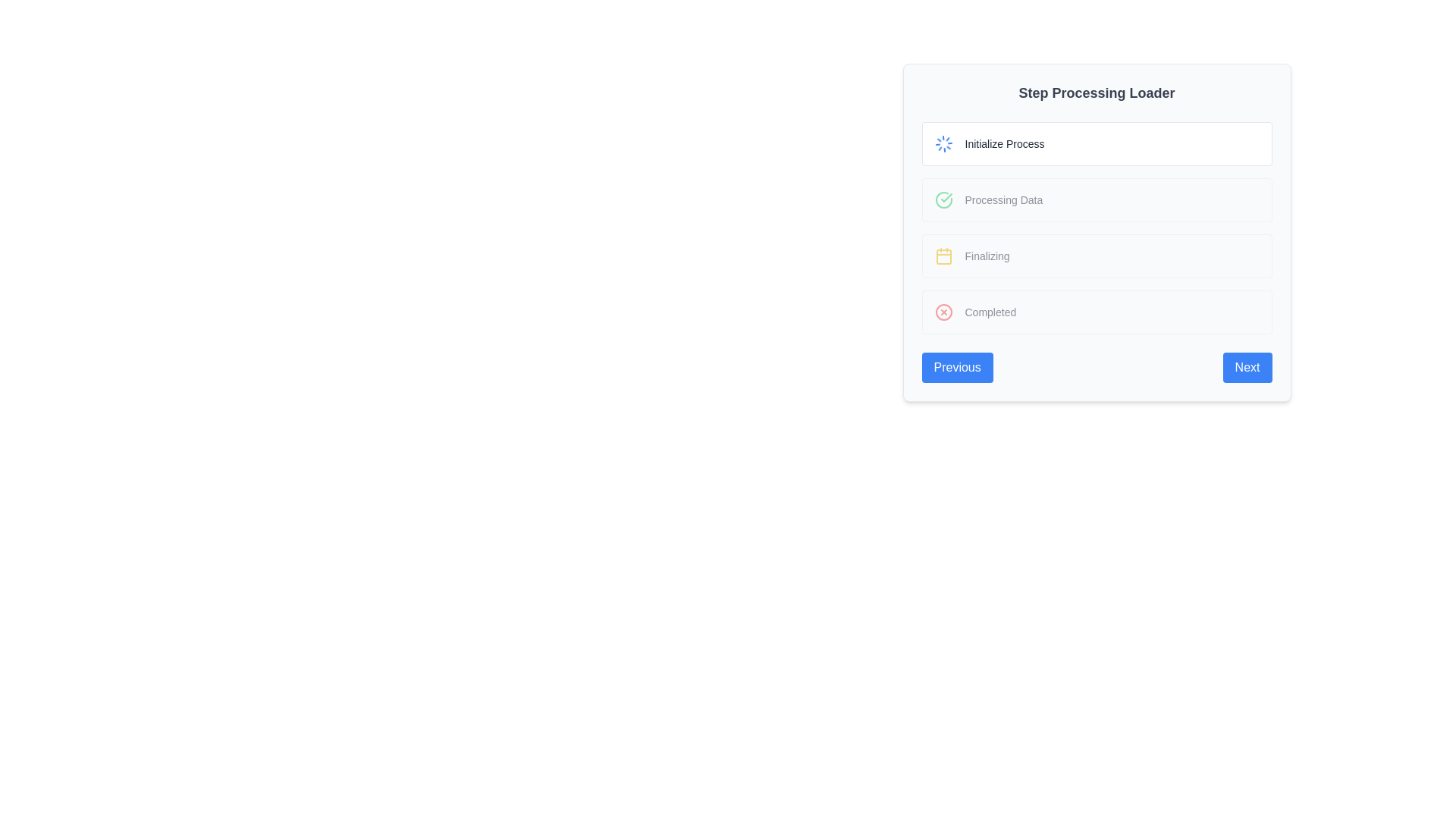 The width and height of the screenshot is (1456, 819). Describe the element at coordinates (943, 256) in the screenshot. I see `the yellow calendar icon with rounded edges located to the left of the 'Finalizing' text label in the step-by-step loader interface` at that location.